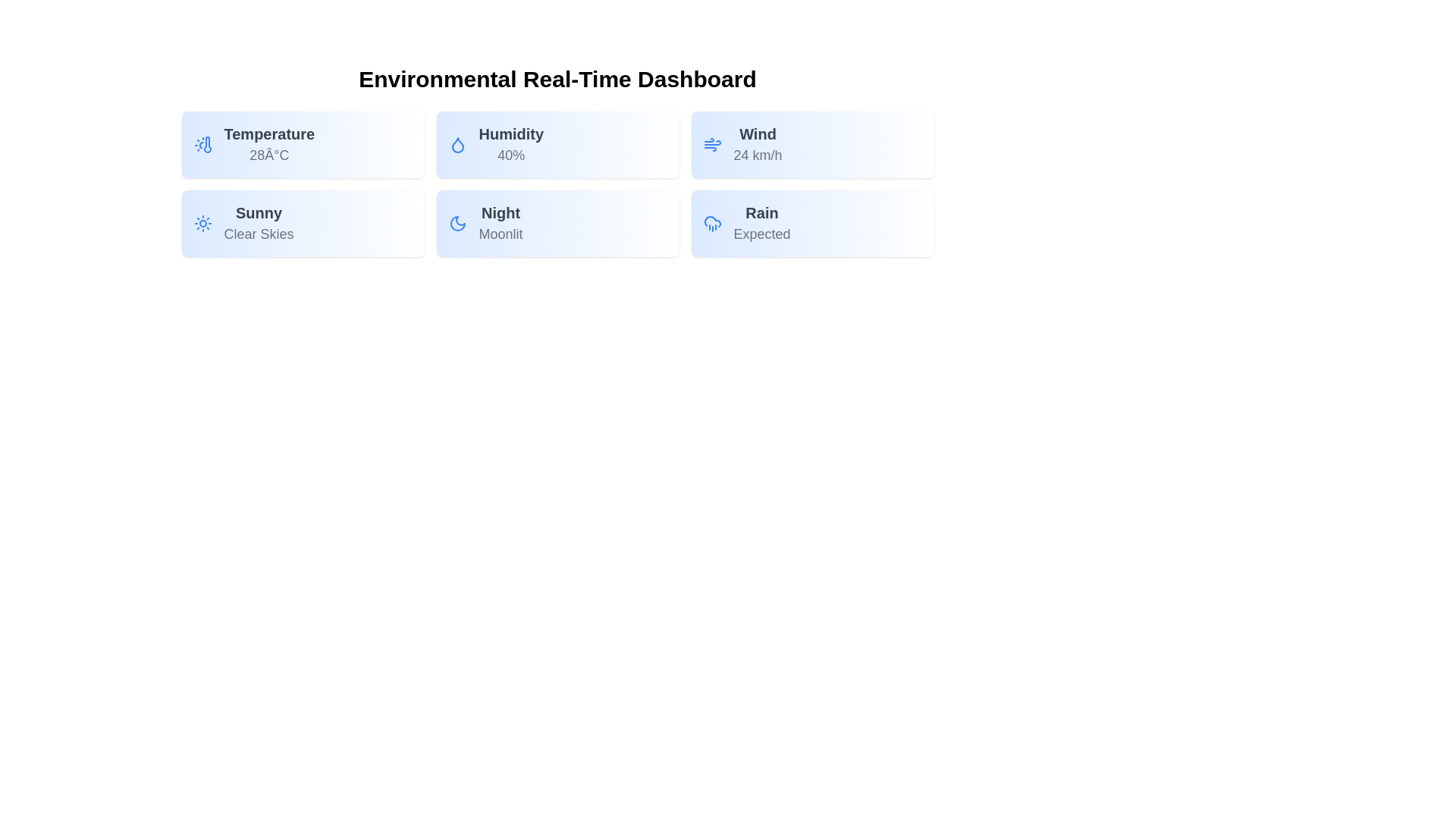 The image size is (1456, 819). I want to click on the cloud icon with rain drops beneath it, which is prominently displayed in bold blue color within the 'Rain Expected' widget, located centrally above the text 'Rain Expected' in the lower right corner of the dashboard interface, so click(711, 223).